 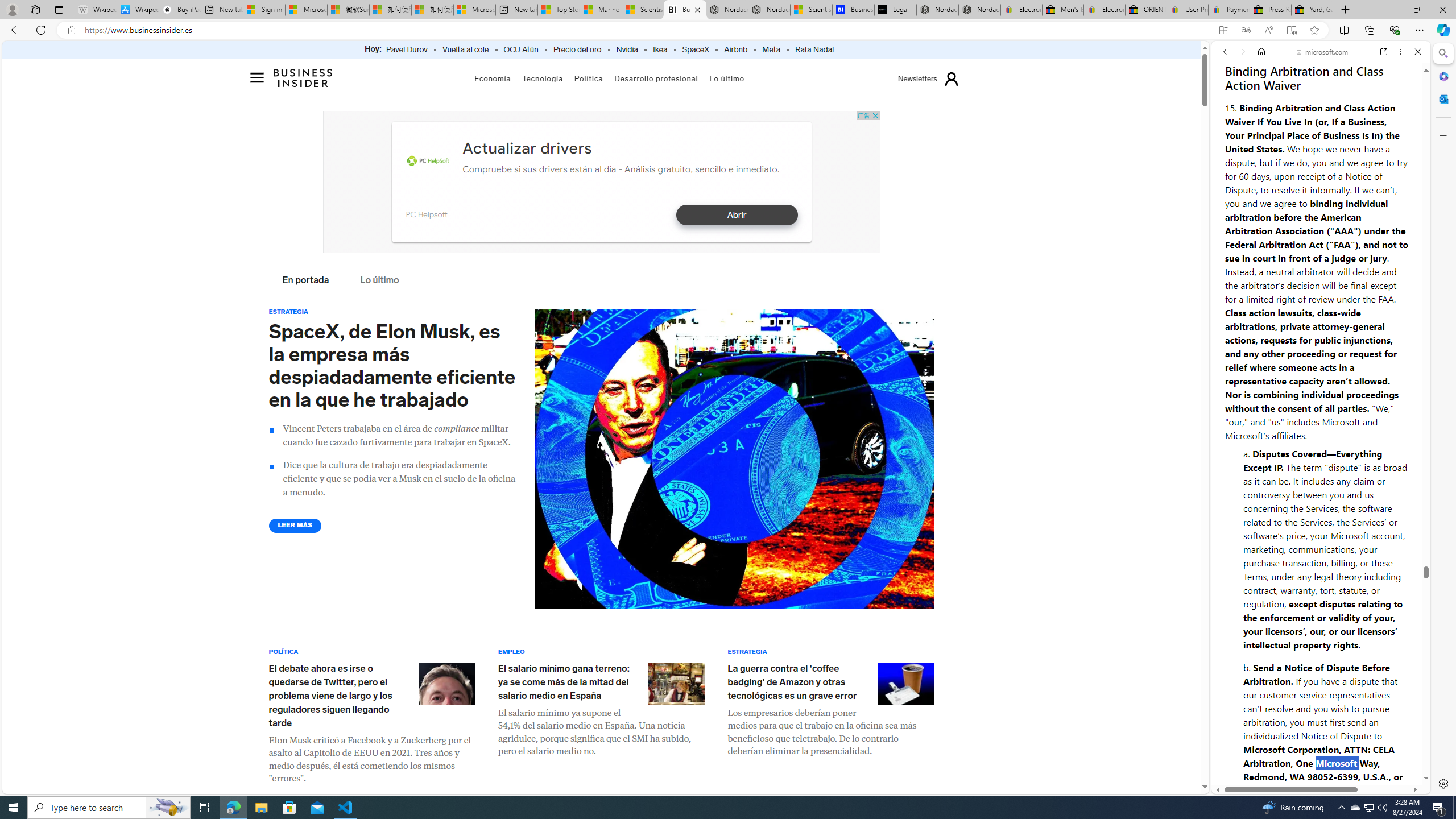 What do you see at coordinates (659, 49) in the screenshot?
I see `'Ikea'` at bounding box center [659, 49].